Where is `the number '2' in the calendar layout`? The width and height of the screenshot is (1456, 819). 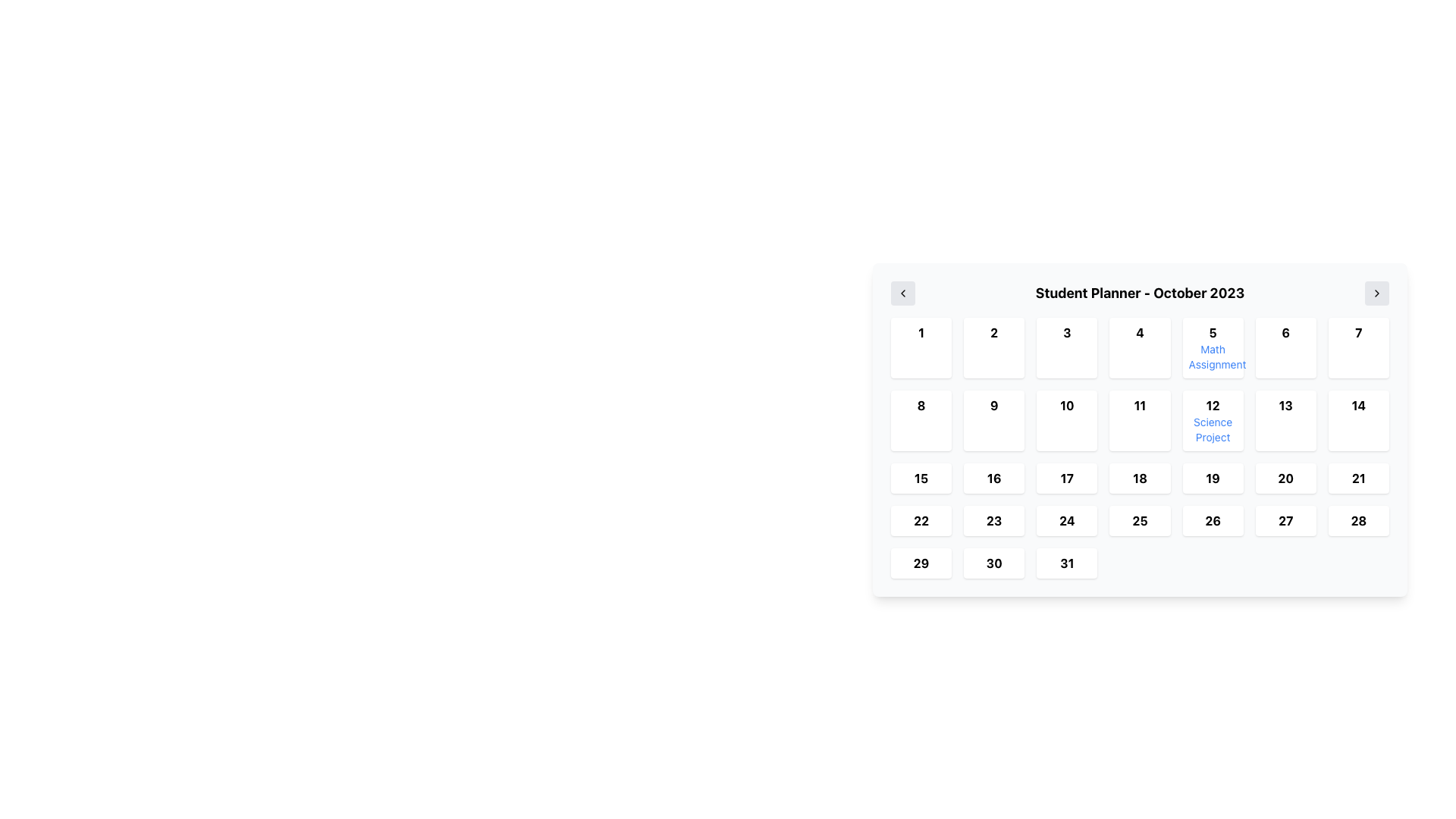
the number '2' in the calendar layout is located at coordinates (994, 332).